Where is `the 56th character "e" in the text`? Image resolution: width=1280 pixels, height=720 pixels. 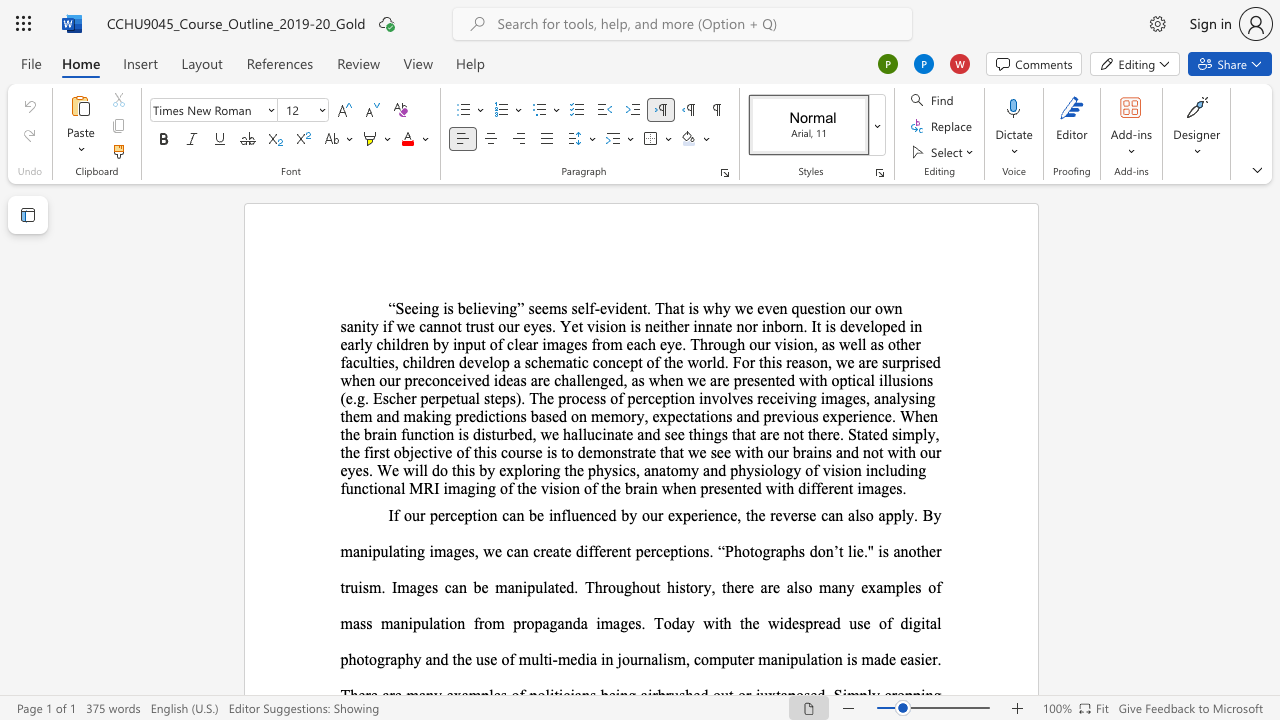 the 56th character "e" in the text is located at coordinates (762, 380).